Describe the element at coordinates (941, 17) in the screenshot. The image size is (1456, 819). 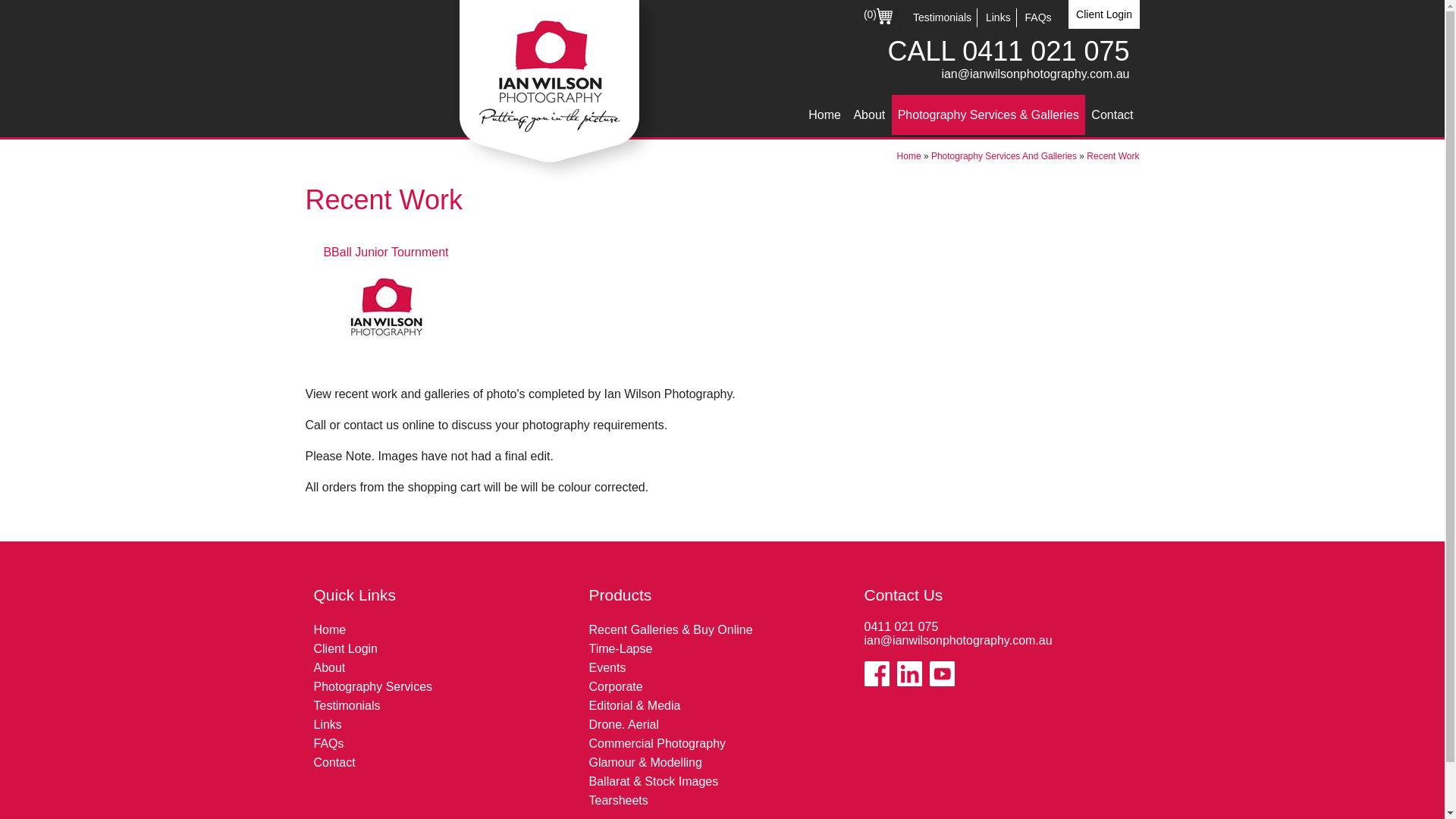
I see `'Testimonials'` at that location.